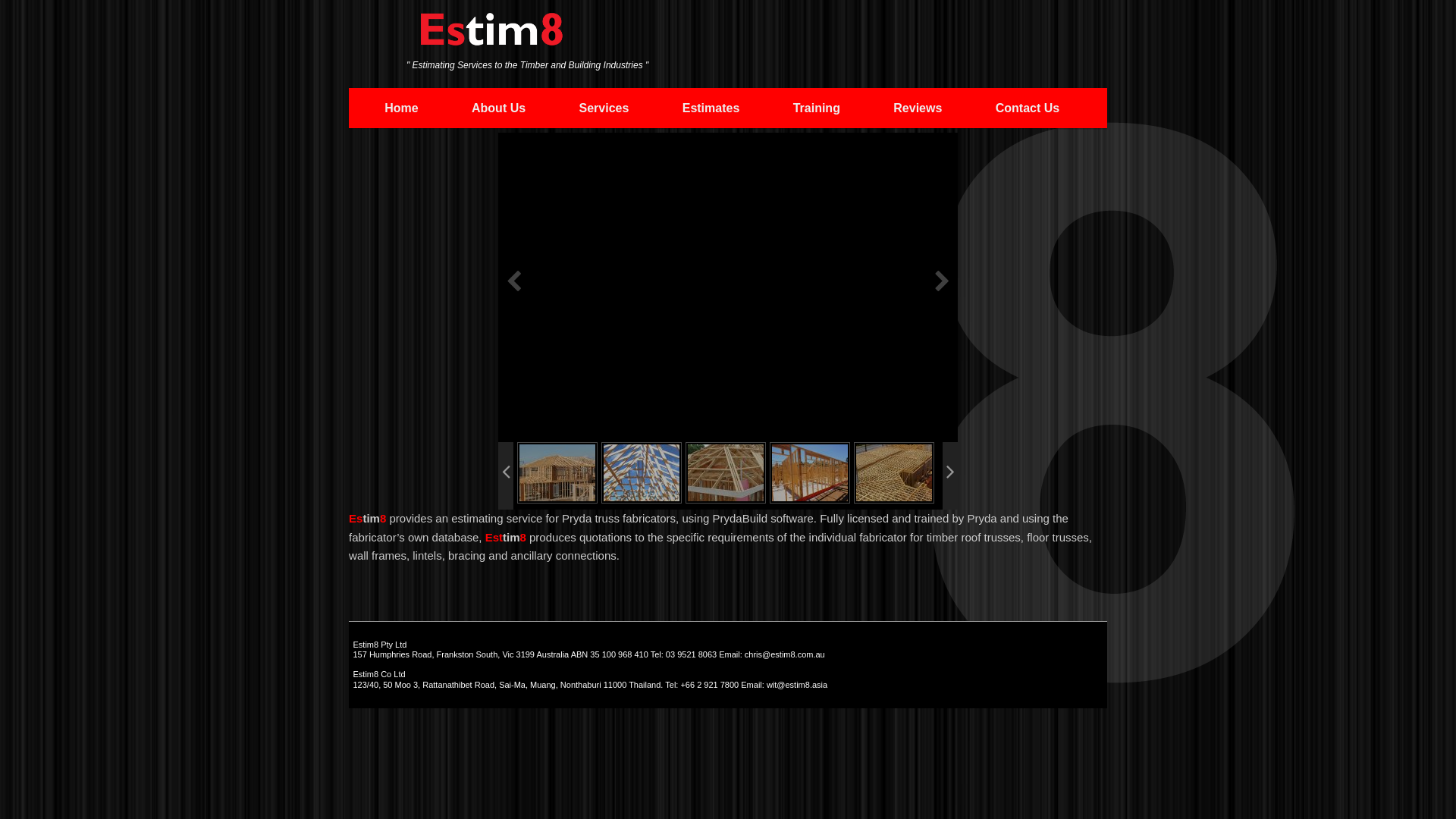 This screenshot has width=1456, height=819. Describe the element at coordinates (506, 475) in the screenshot. I see `'Slide Left'` at that location.